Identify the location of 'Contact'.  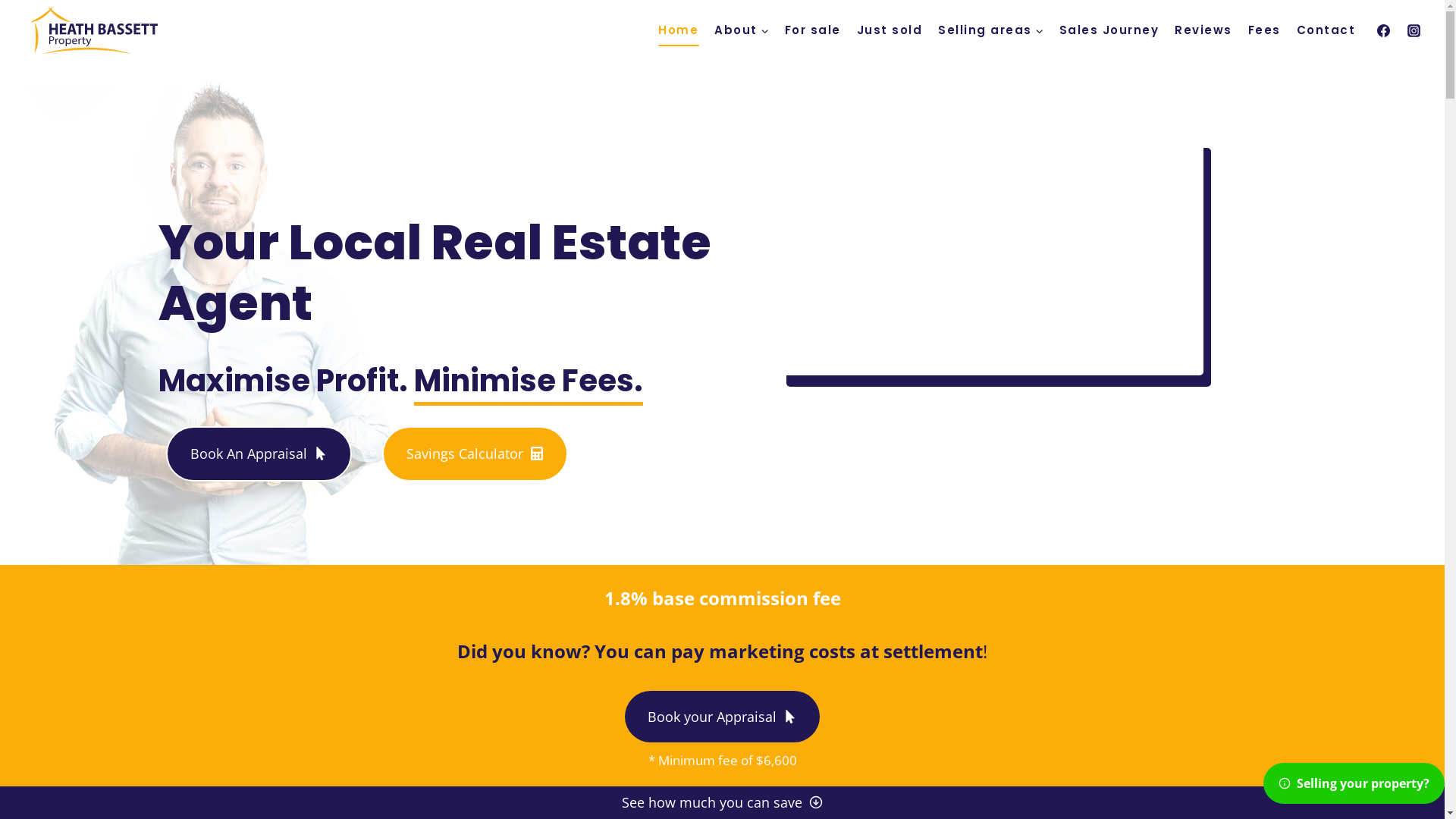
(1325, 30).